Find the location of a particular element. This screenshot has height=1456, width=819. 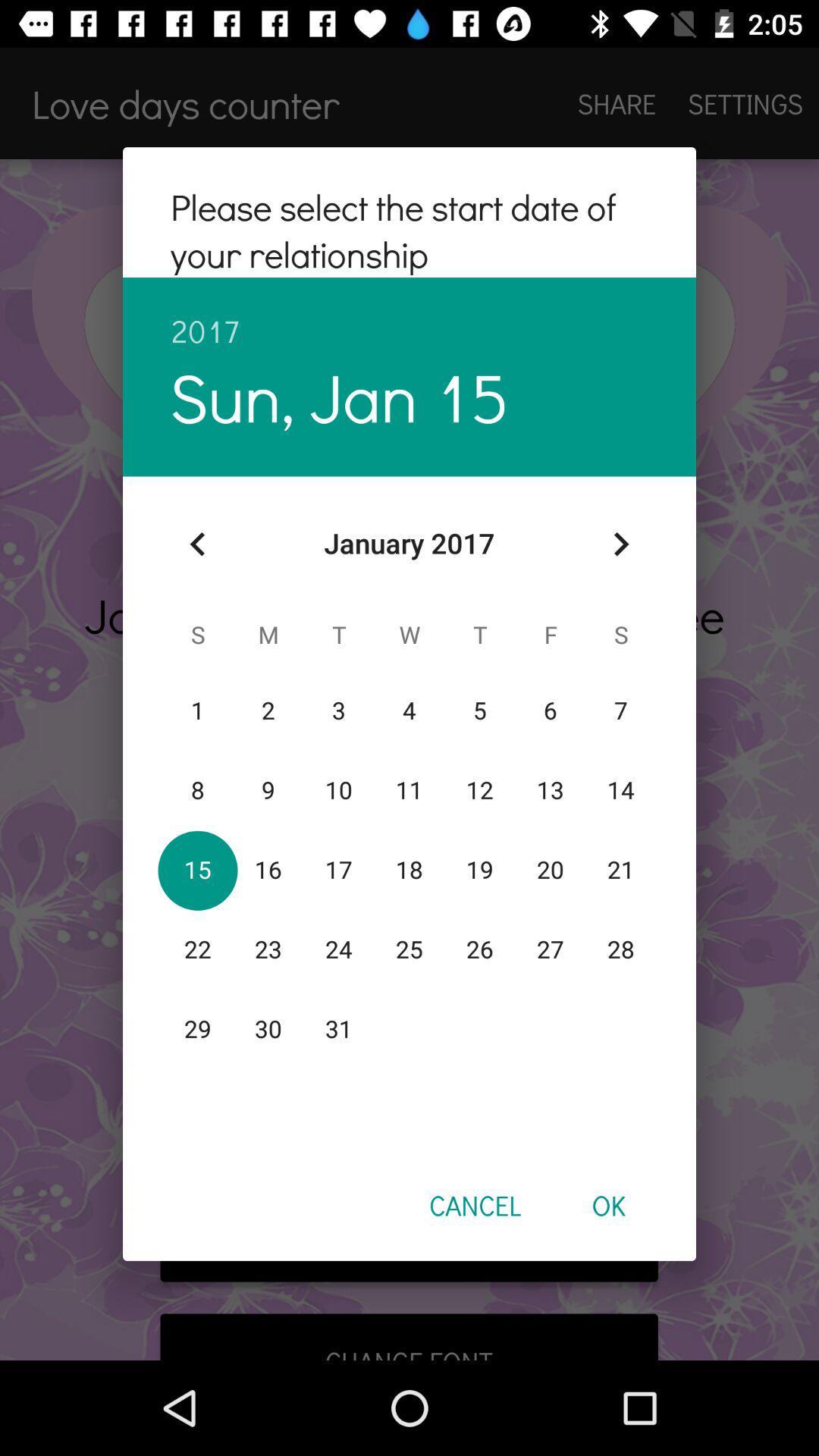

icon on the left is located at coordinates (197, 544).